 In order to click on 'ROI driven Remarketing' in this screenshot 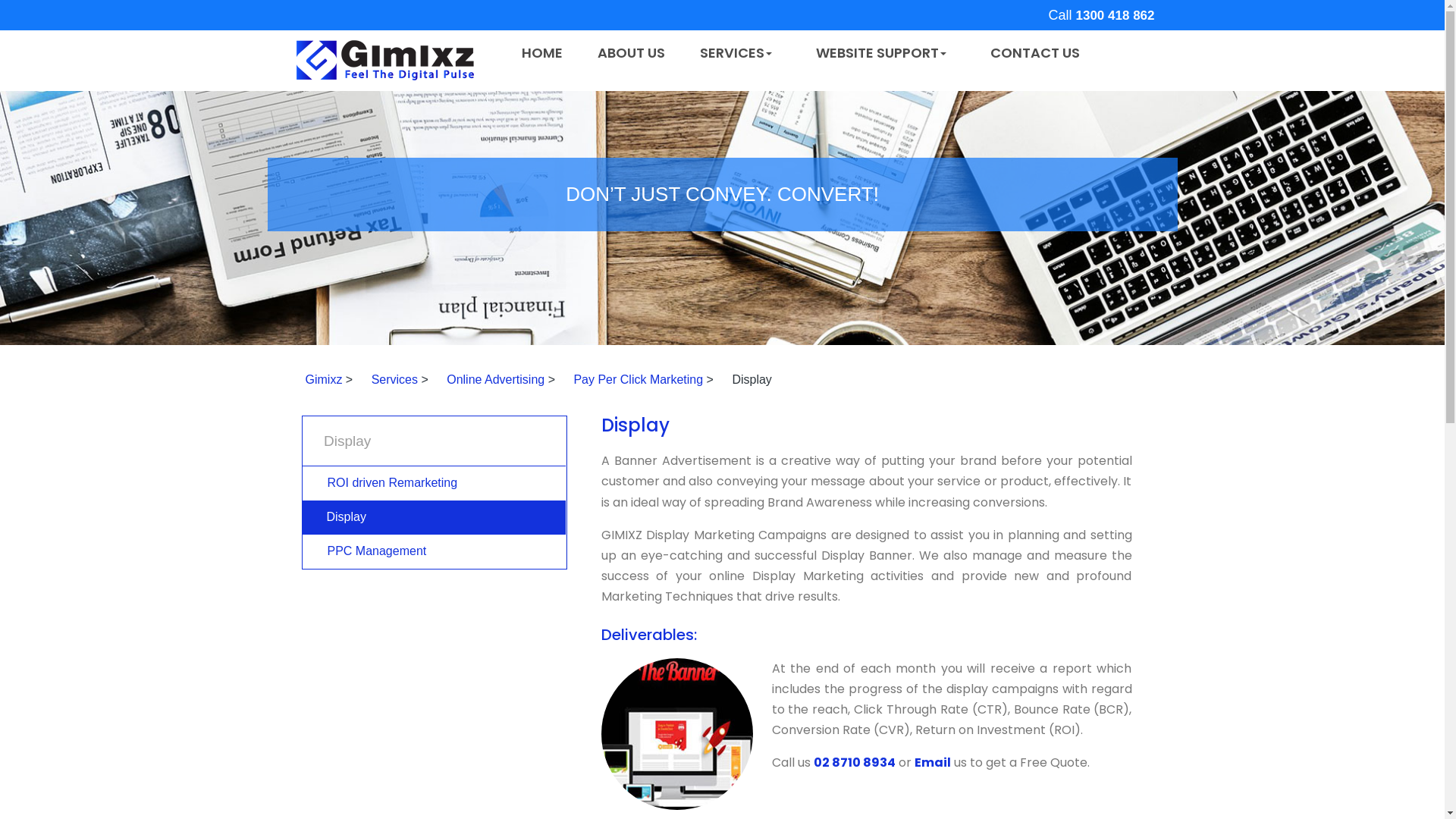, I will do `click(432, 483)`.